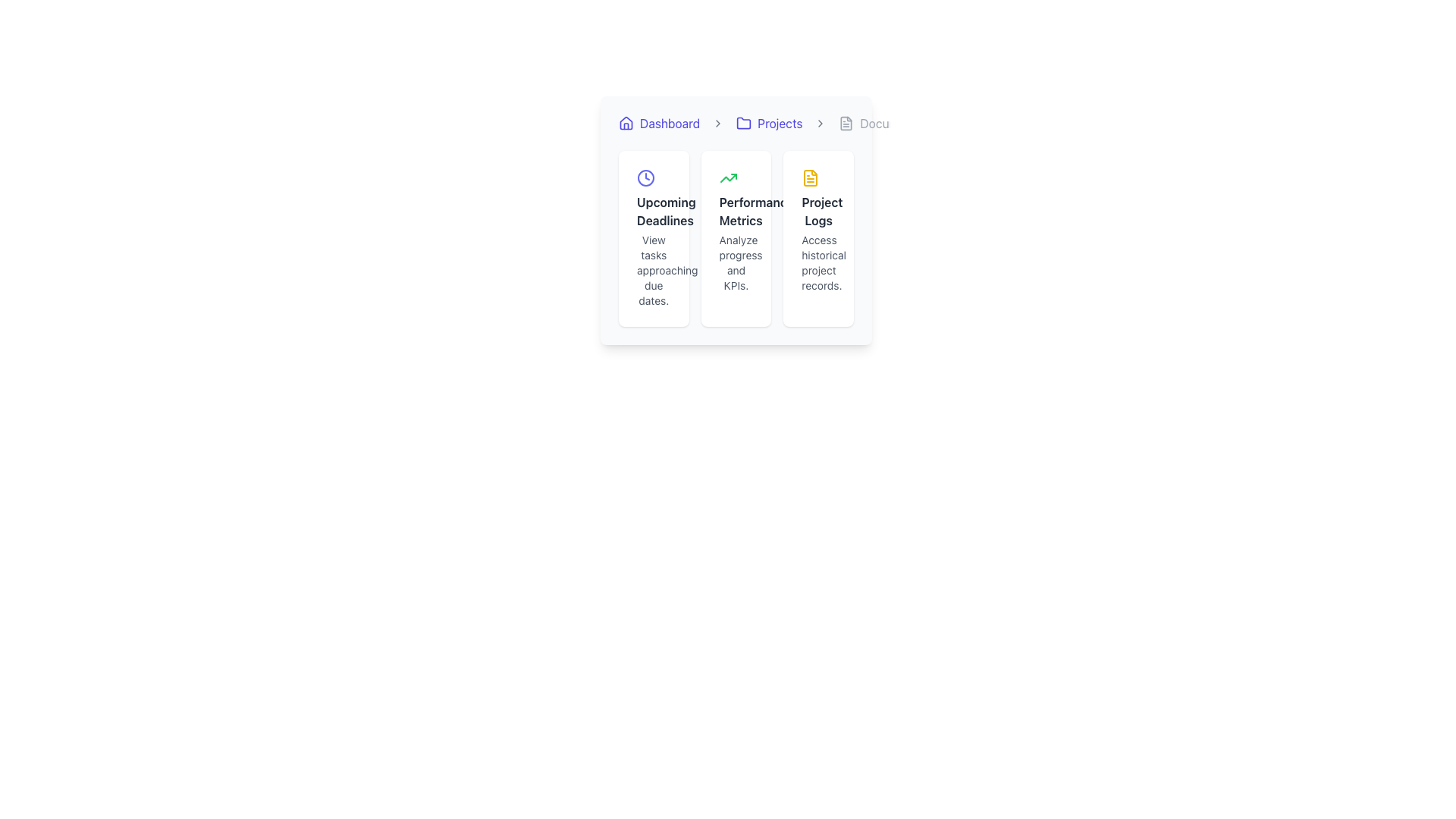 Image resolution: width=1456 pixels, height=819 pixels. Describe the element at coordinates (736, 211) in the screenshot. I see `text label titled 'Performance Metrics' located on the second card in a horizontally aligned group of three cards` at that location.